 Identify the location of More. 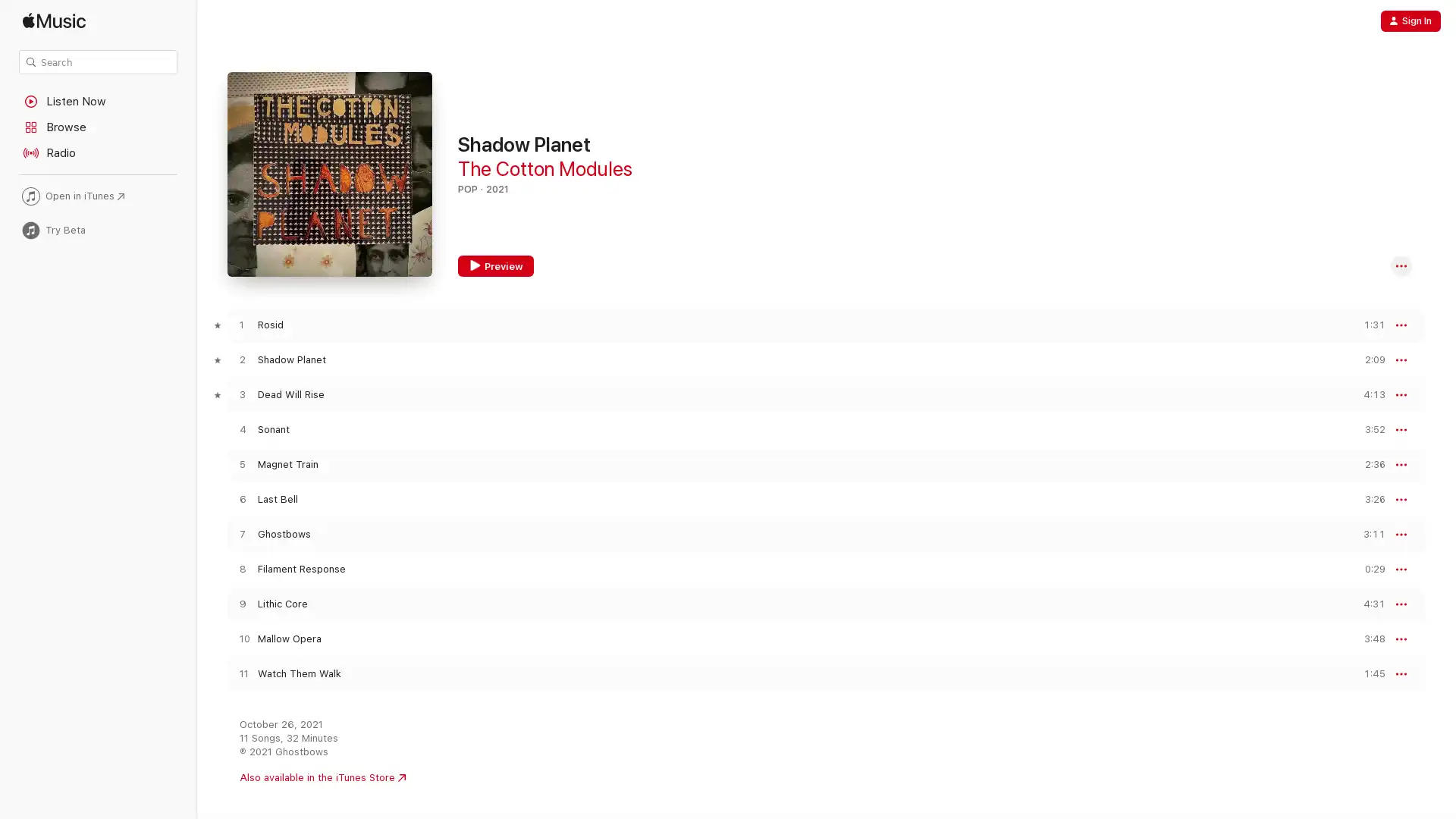
(1401, 430).